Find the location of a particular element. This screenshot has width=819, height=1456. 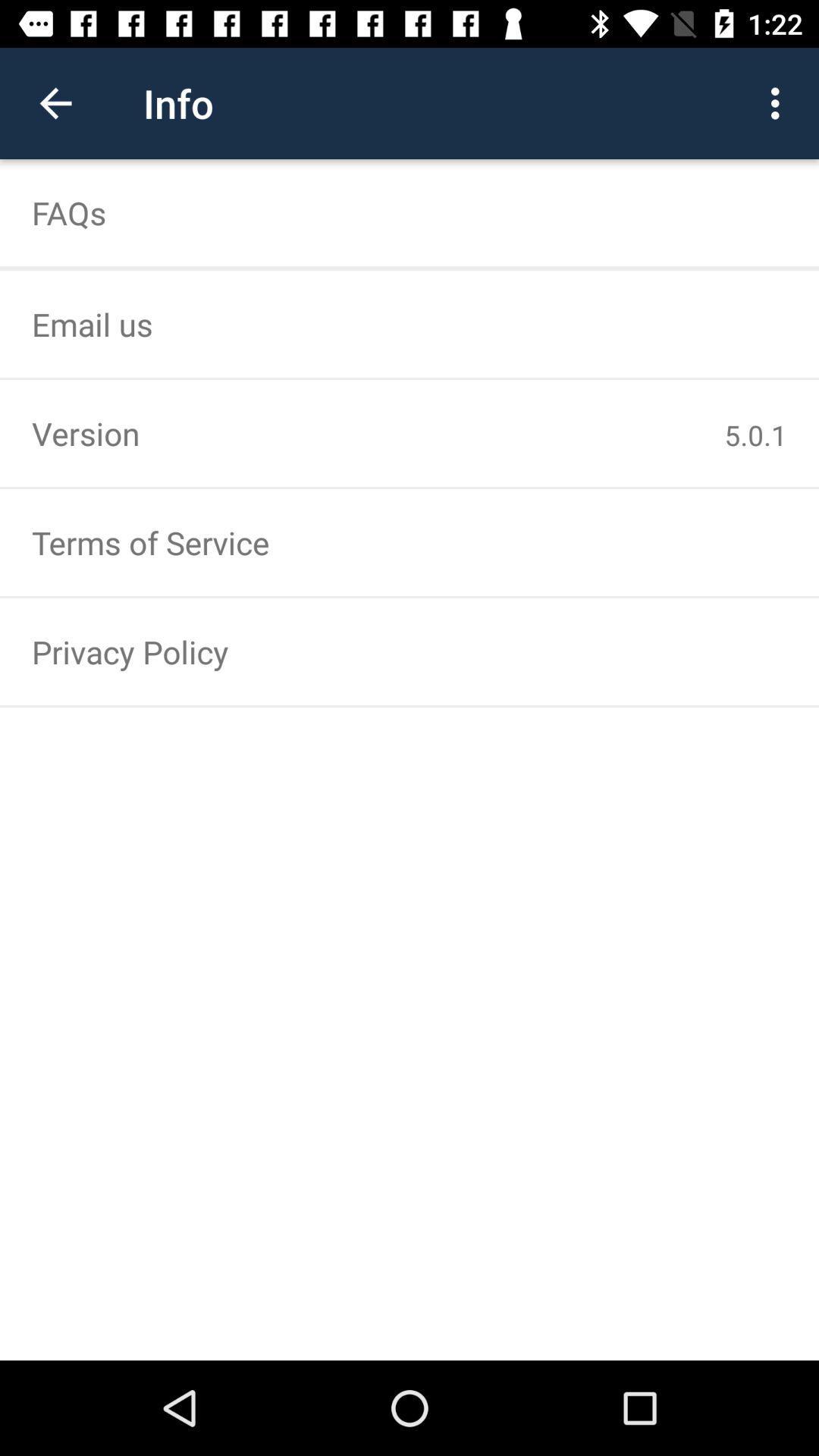

the email us icon is located at coordinates (409, 323).